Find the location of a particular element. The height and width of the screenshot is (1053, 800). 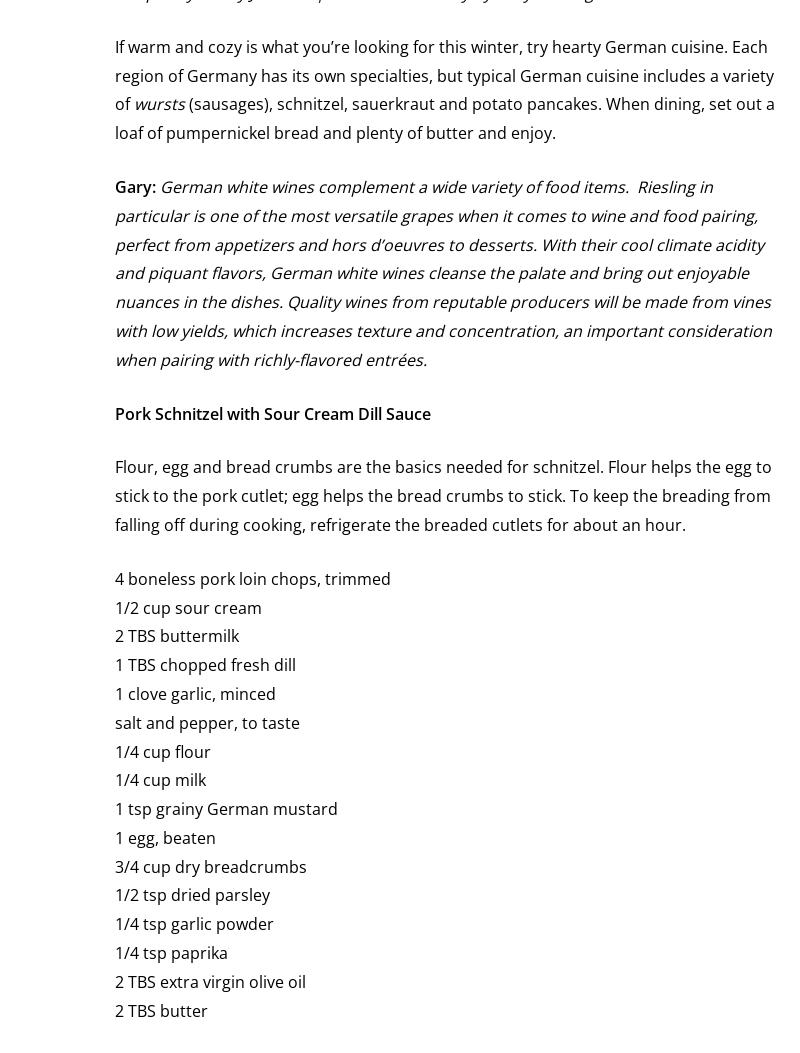

'3/4 cup dry breadcrumbs' is located at coordinates (210, 865).